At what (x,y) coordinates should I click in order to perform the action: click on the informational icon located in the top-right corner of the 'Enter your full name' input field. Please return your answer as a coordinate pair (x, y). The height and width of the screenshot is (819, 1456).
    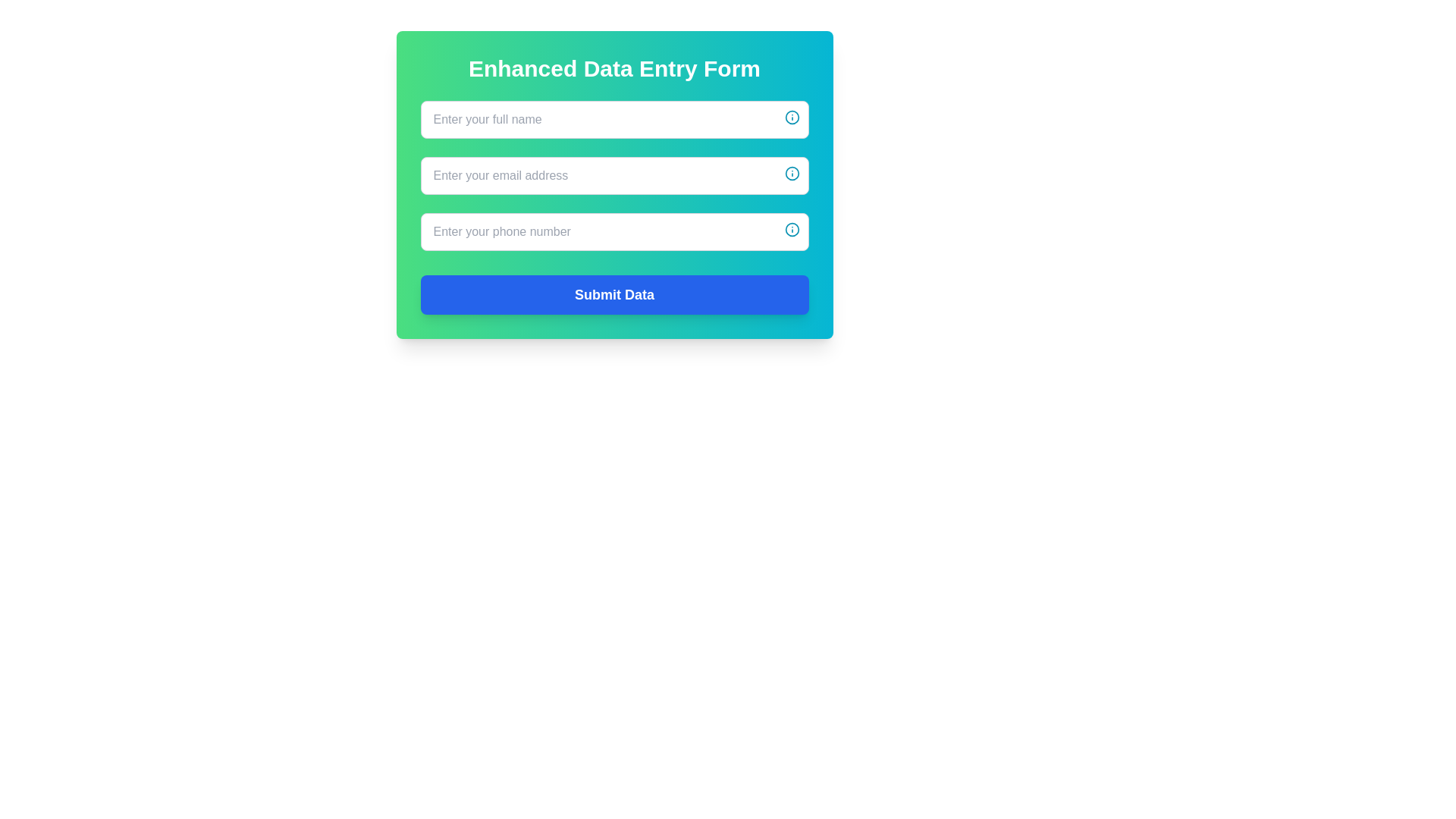
    Looking at the image, I should click on (791, 116).